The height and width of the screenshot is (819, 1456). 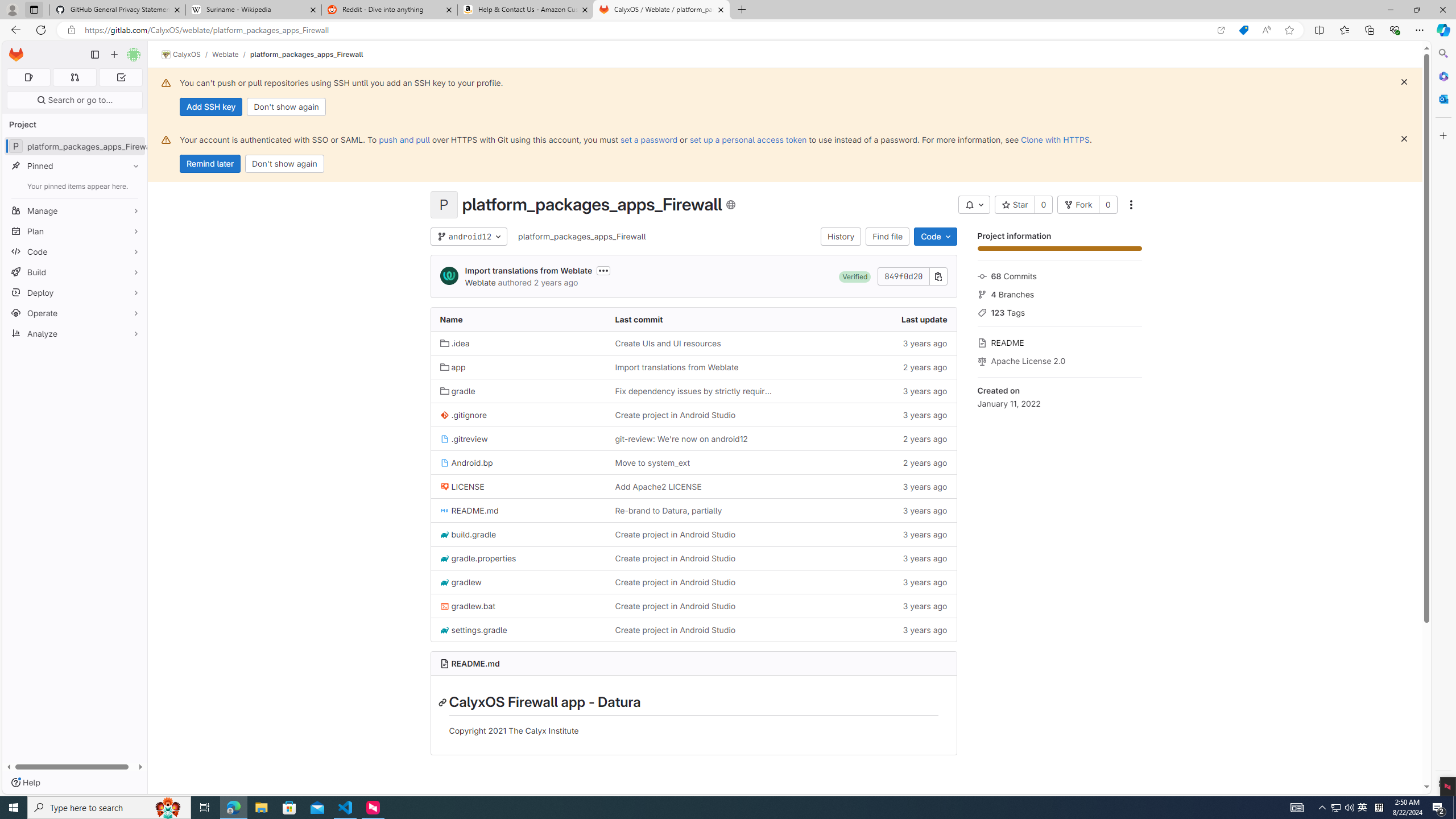 What do you see at coordinates (518, 320) in the screenshot?
I see `'Name'` at bounding box center [518, 320].